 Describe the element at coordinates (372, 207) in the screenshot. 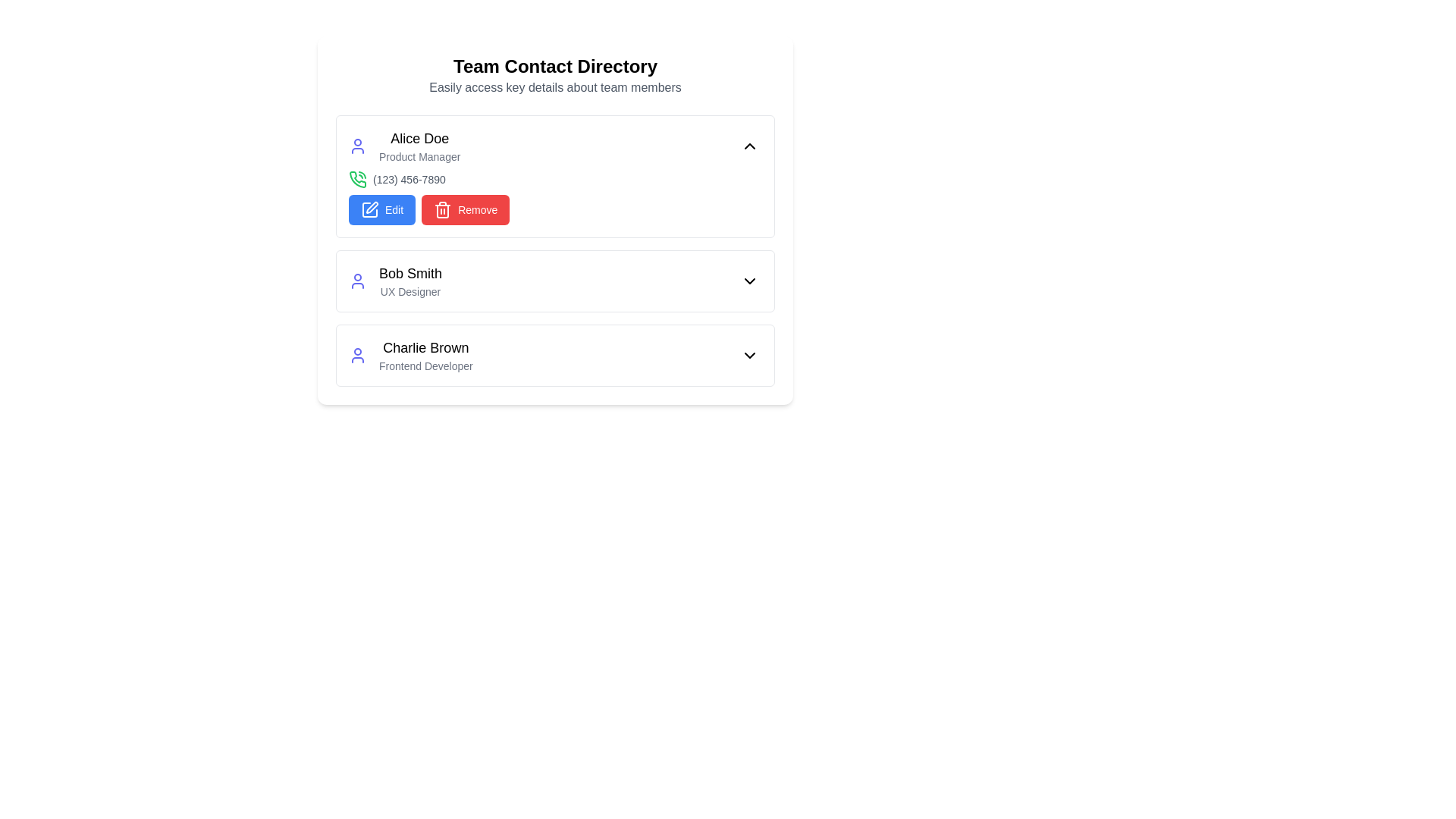

I see `the non-interactive graphical icon located in the top-left corner of the card labeled 'Alice Doe' in the 'Team Contact Directory' to indicate an editable state or functionality` at that location.